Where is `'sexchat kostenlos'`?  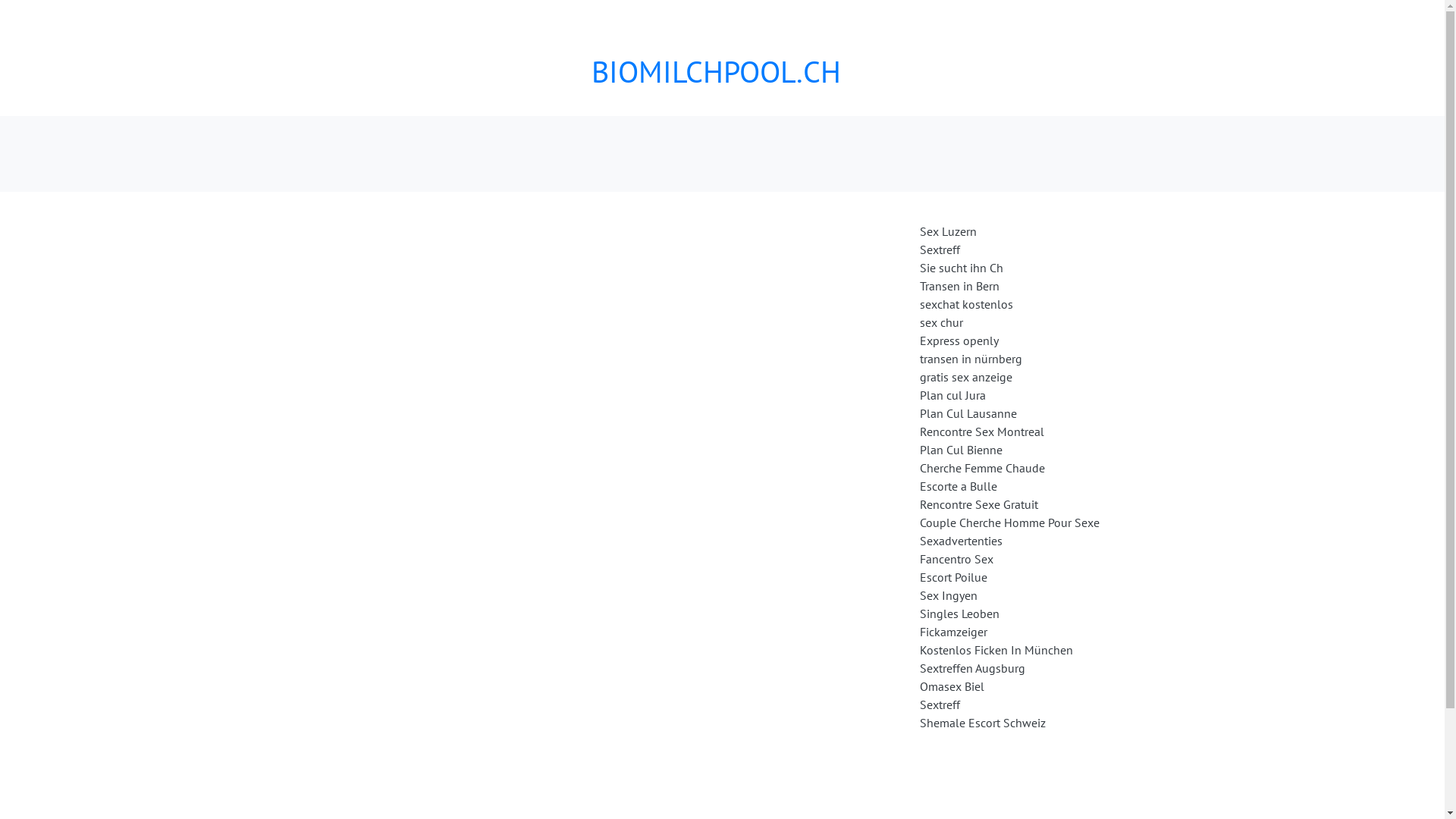
'sexchat kostenlos' is located at coordinates (965, 304).